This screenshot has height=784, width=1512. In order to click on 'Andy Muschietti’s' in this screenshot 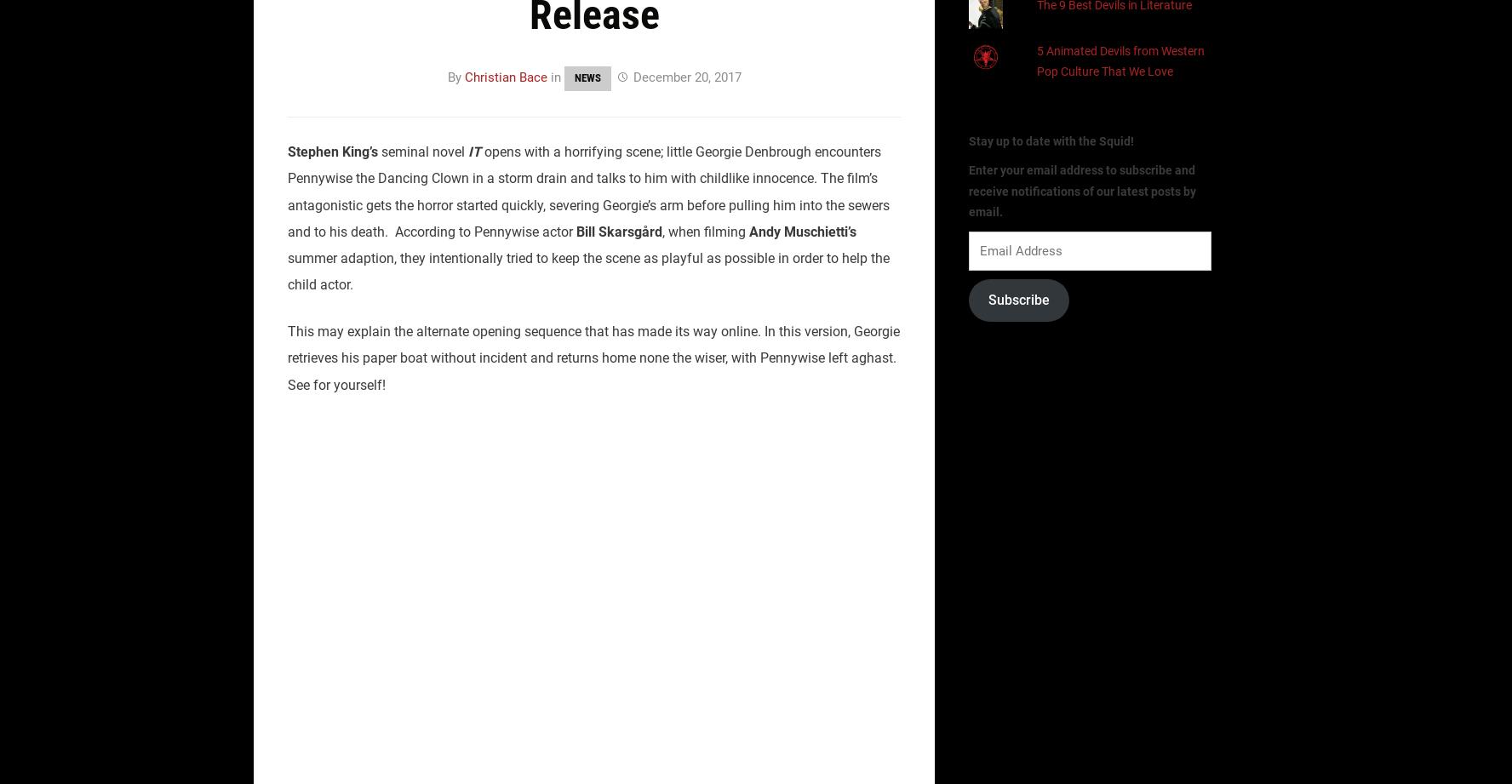, I will do `click(802, 230)`.